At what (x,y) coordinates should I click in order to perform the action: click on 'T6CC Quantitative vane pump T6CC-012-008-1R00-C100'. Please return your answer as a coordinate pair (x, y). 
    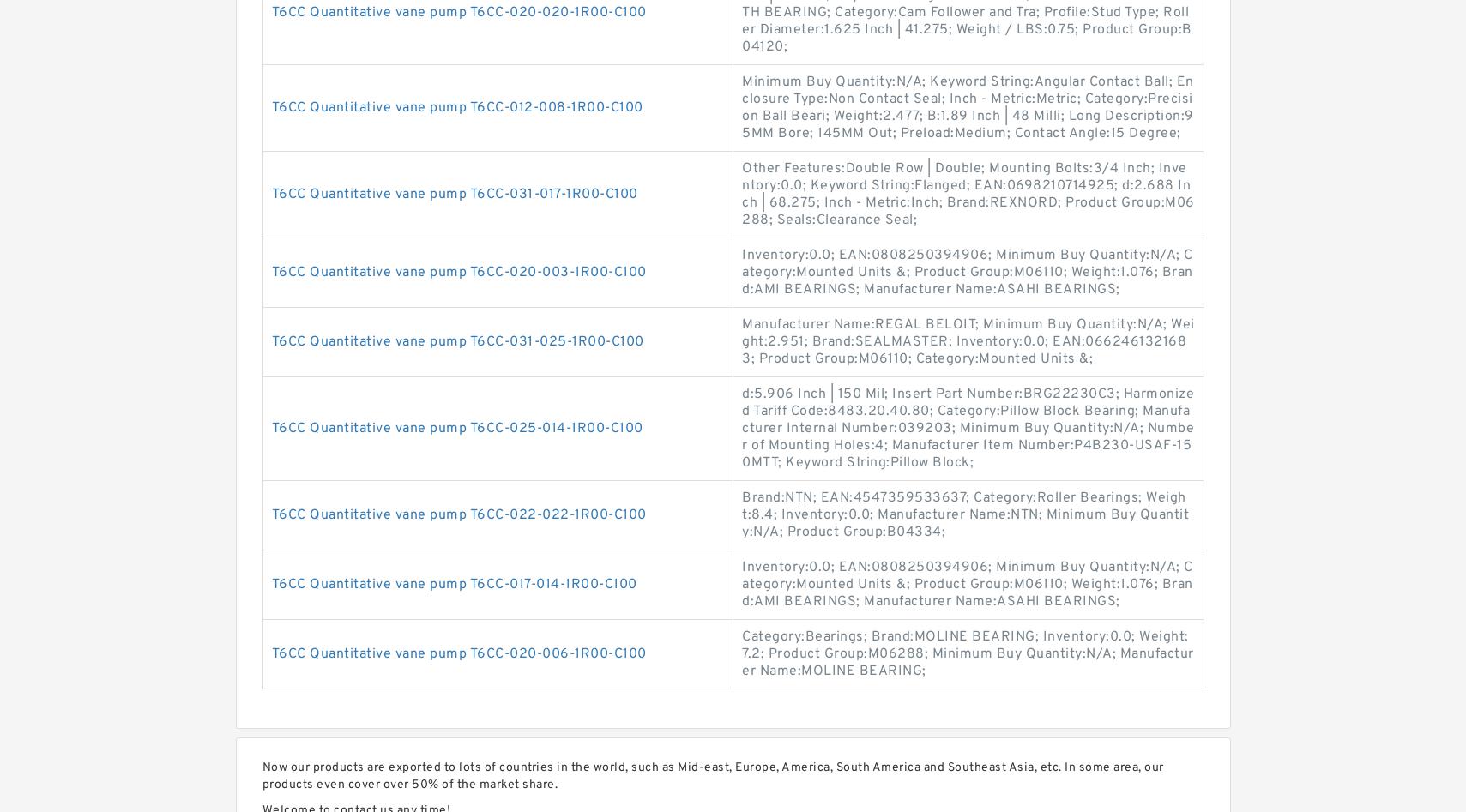
    Looking at the image, I should click on (455, 107).